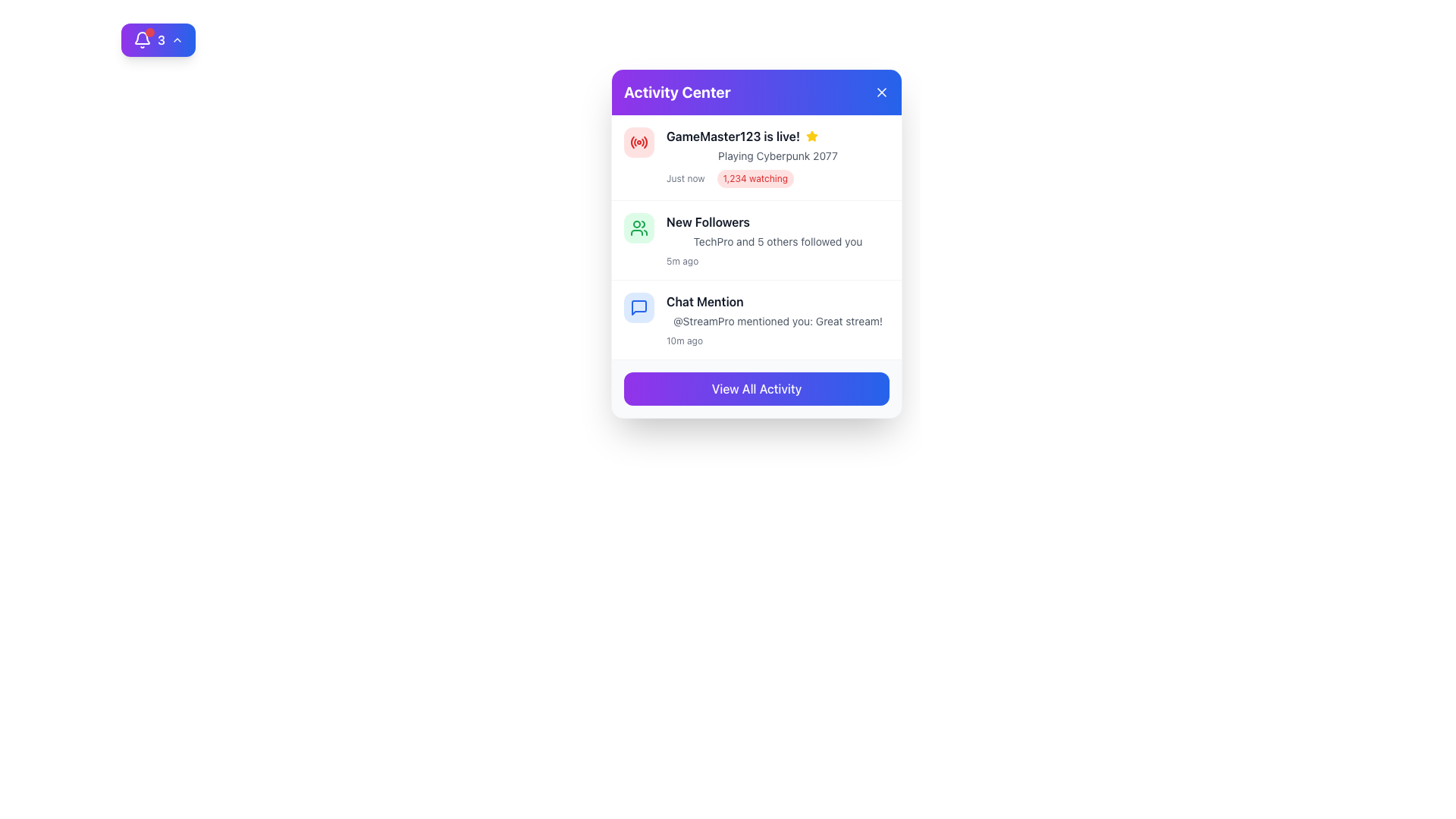 This screenshot has height=819, width=1456. I want to click on the 'New Followers' text label in the Activity Center modal to trigger any additional effects, so click(708, 222).